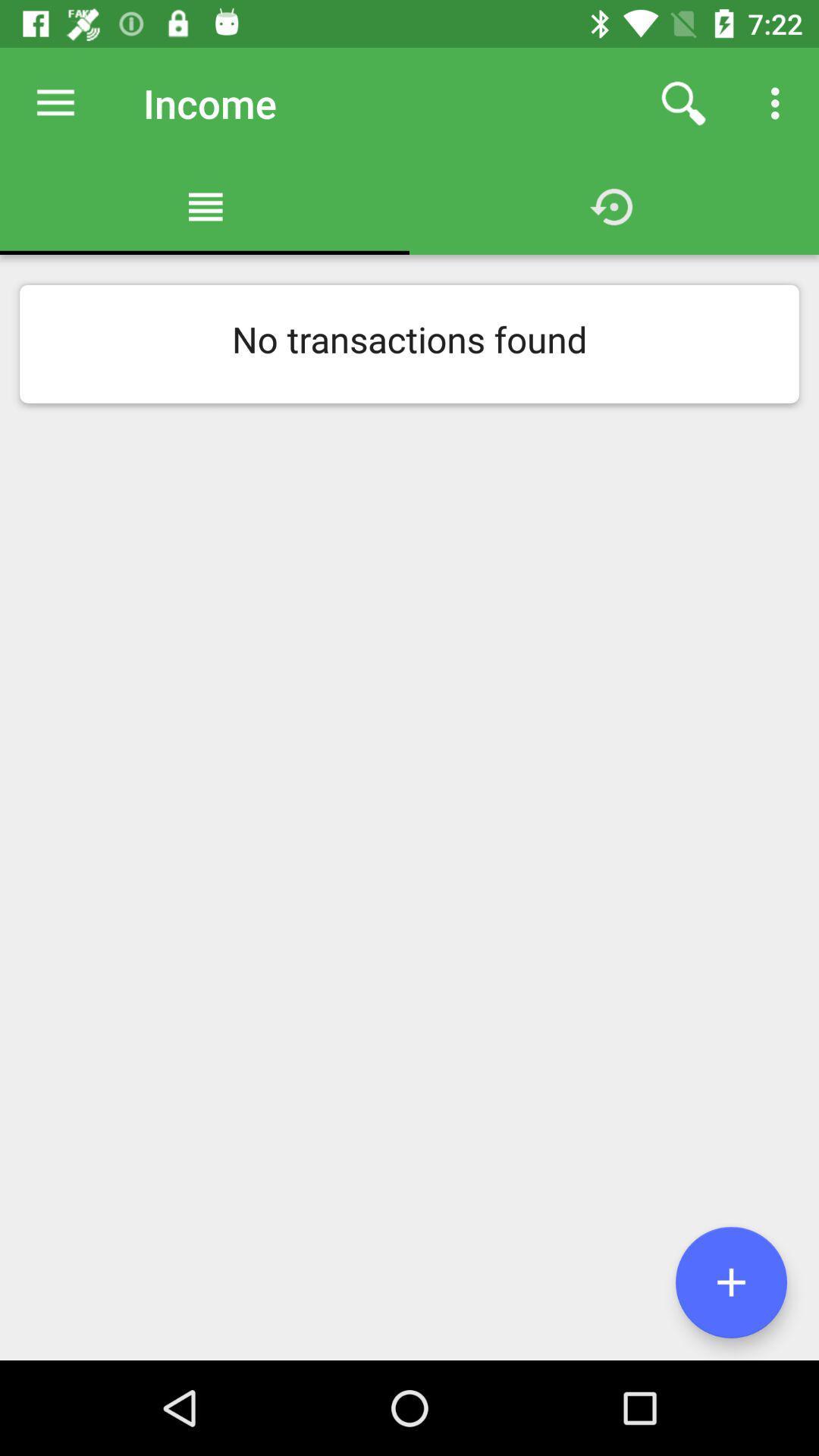  What do you see at coordinates (55, 102) in the screenshot?
I see `the icon to the left of income item` at bounding box center [55, 102].